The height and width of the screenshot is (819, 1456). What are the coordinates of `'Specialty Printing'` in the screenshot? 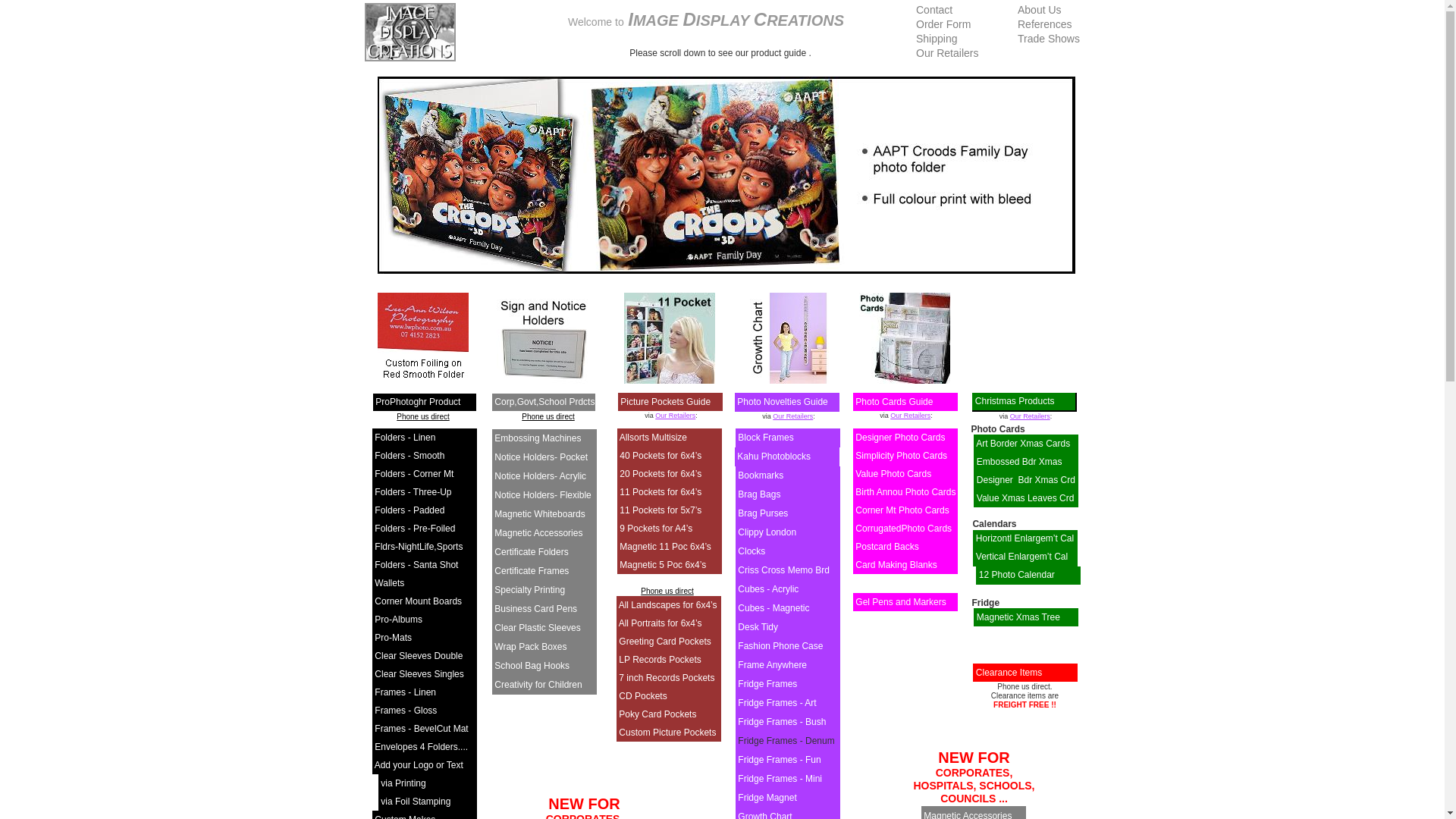 It's located at (529, 589).